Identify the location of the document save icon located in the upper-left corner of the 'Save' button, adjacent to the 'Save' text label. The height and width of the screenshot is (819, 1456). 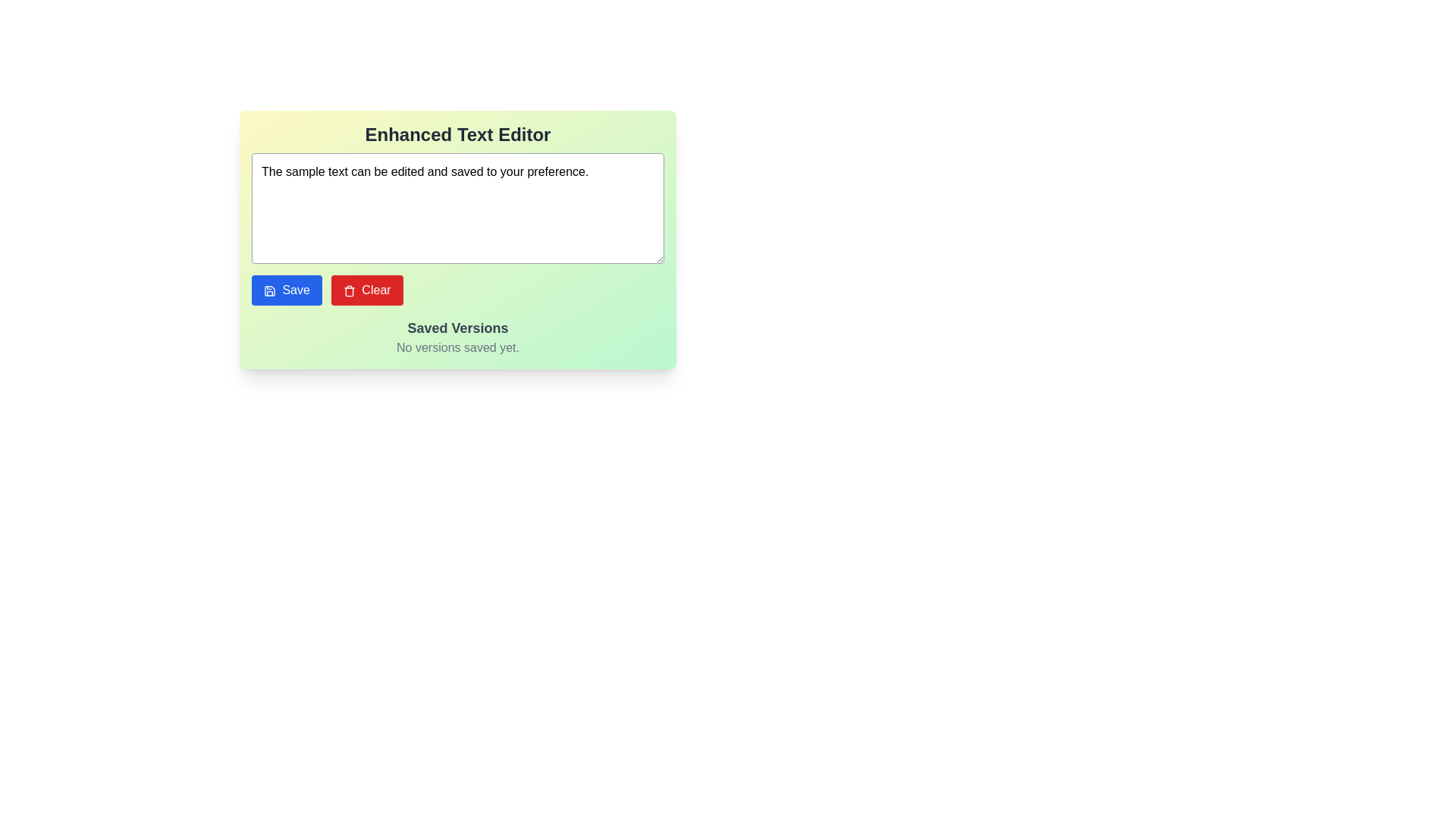
(269, 290).